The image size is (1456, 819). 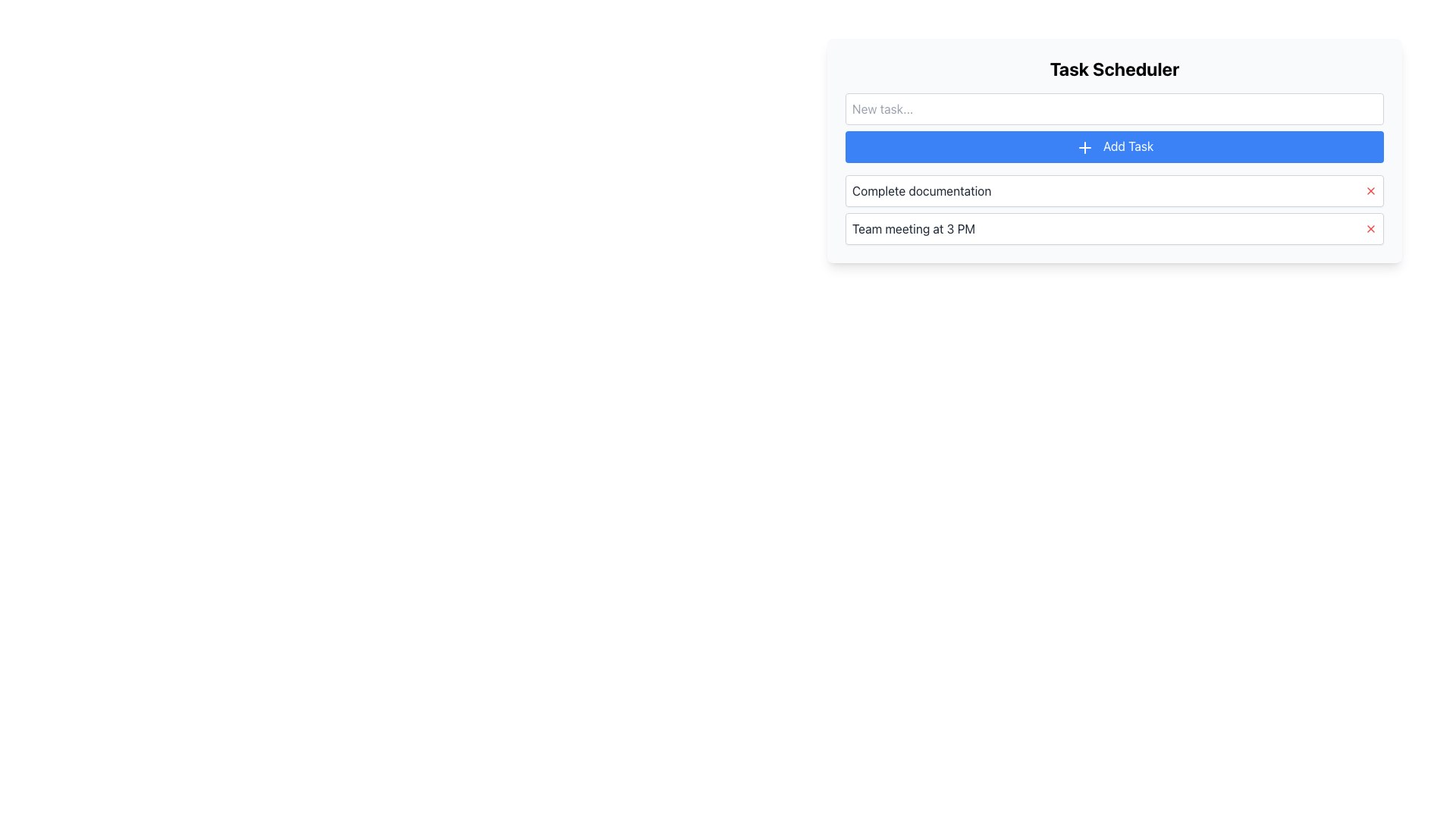 What do you see at coordinates (1114, 227) in the screenshot?
I see `to select the second task in the task list, which reads 'Team meeting at 3 PM' and has a red deletion icon on the right` at bounding box center [1114, 227].